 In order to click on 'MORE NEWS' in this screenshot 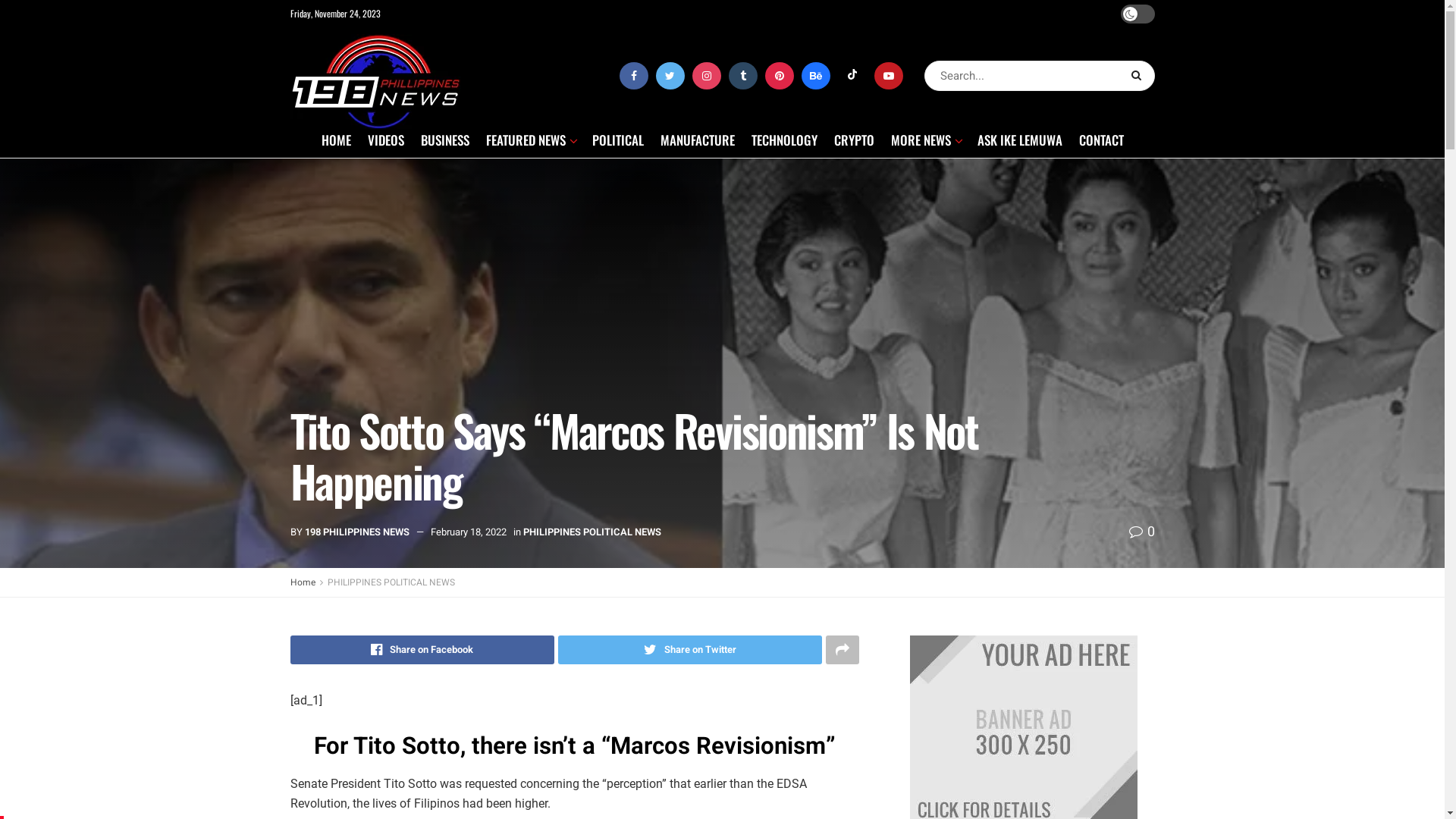, I will do `click(924, 140)`.